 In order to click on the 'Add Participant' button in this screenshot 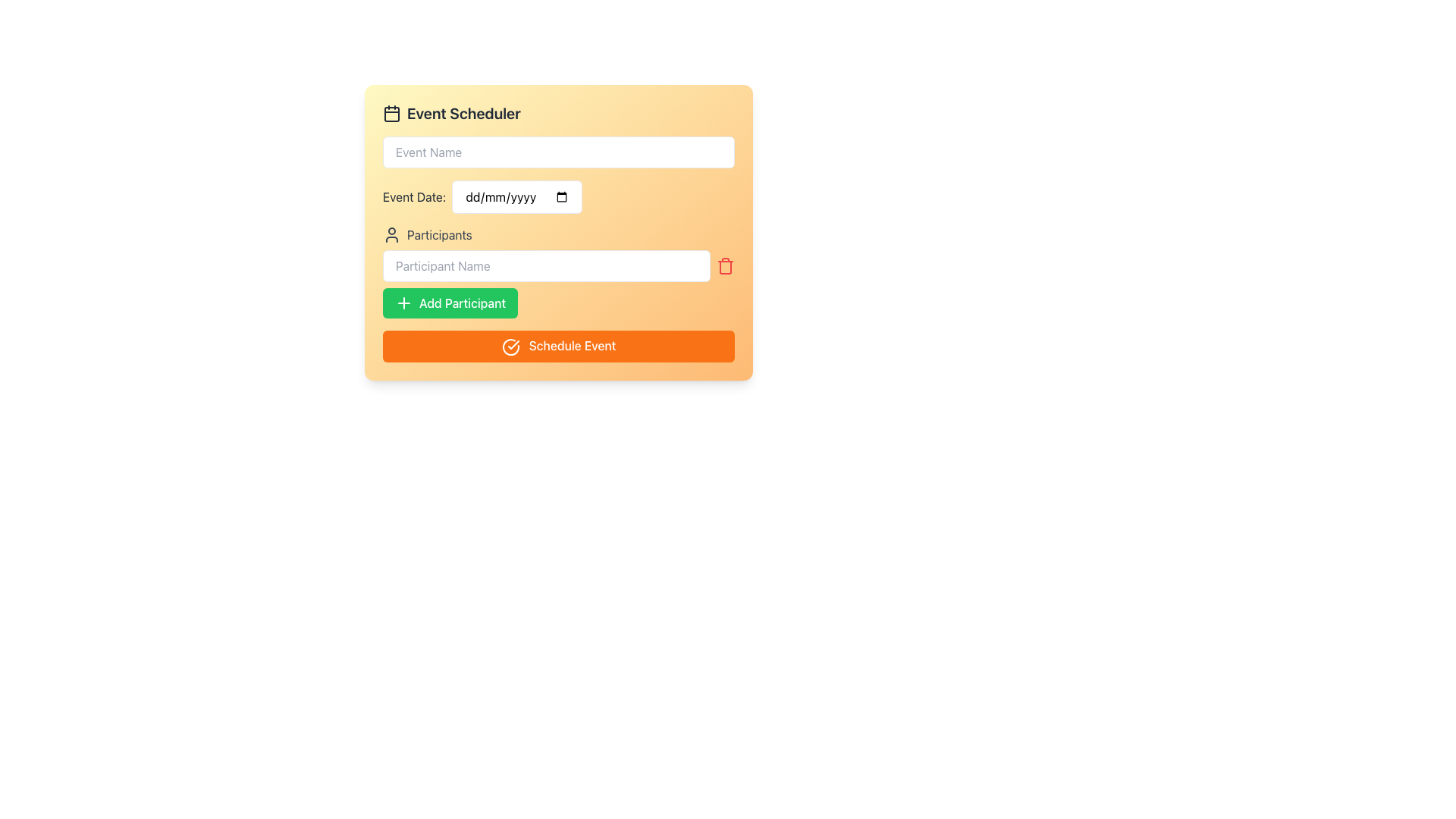, I will do `click(450, 303)`.